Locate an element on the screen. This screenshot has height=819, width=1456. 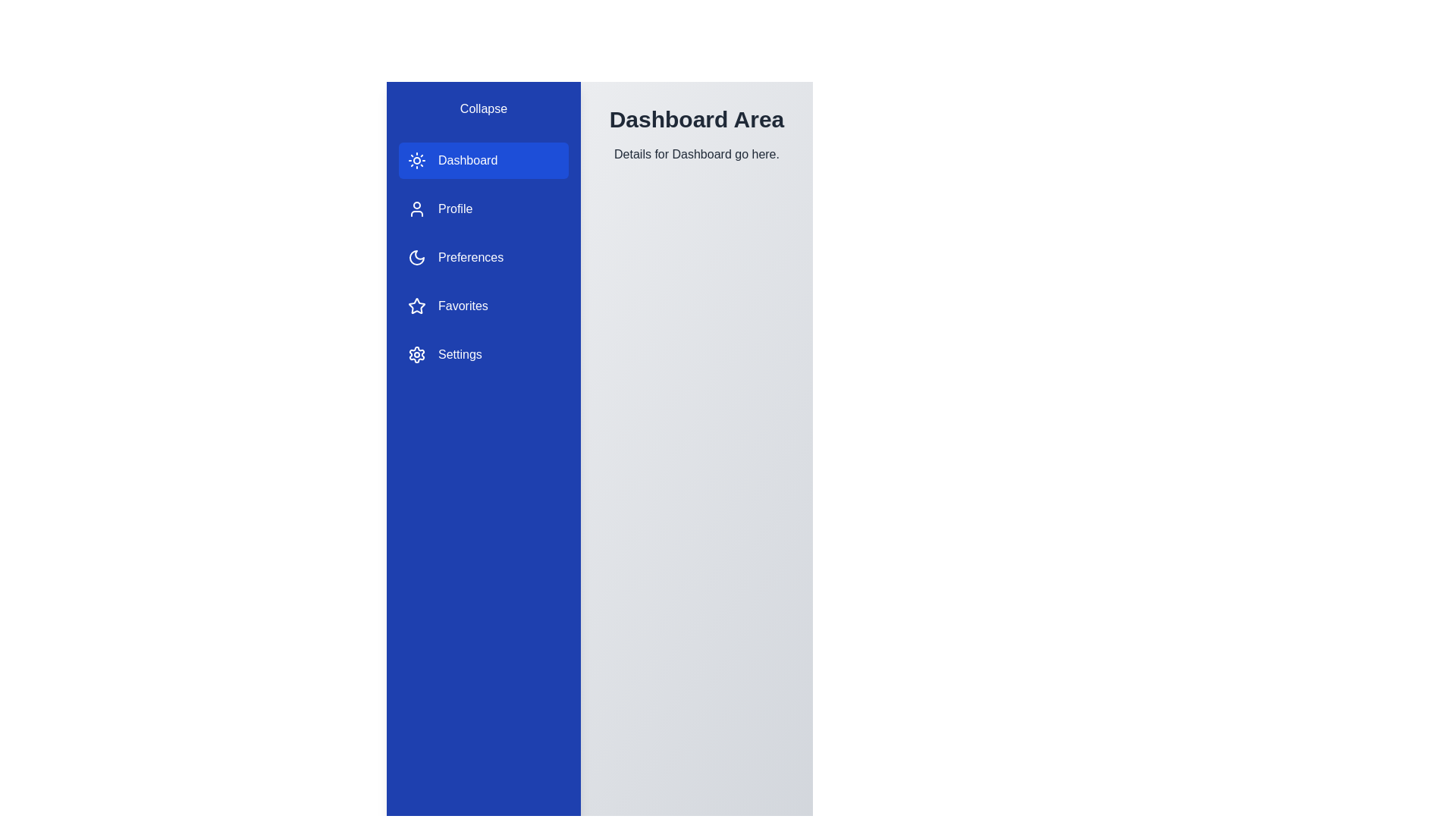
the sidebar item Dashboard is located at coordinates (483, 161).